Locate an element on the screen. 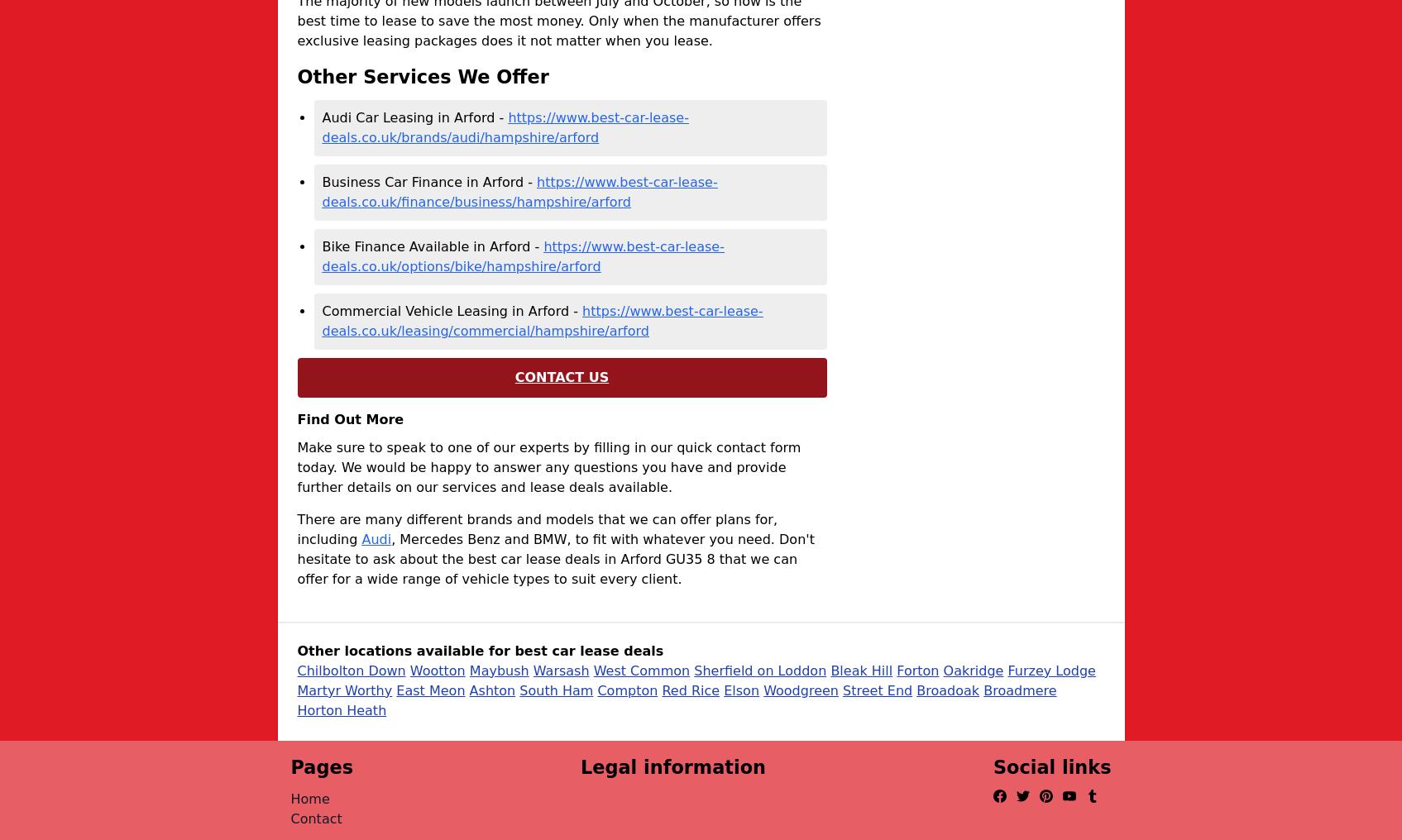 The height and width of the screenshot is (840, 1402). 'Bleak Hill' is located at coordinates (860, 669).